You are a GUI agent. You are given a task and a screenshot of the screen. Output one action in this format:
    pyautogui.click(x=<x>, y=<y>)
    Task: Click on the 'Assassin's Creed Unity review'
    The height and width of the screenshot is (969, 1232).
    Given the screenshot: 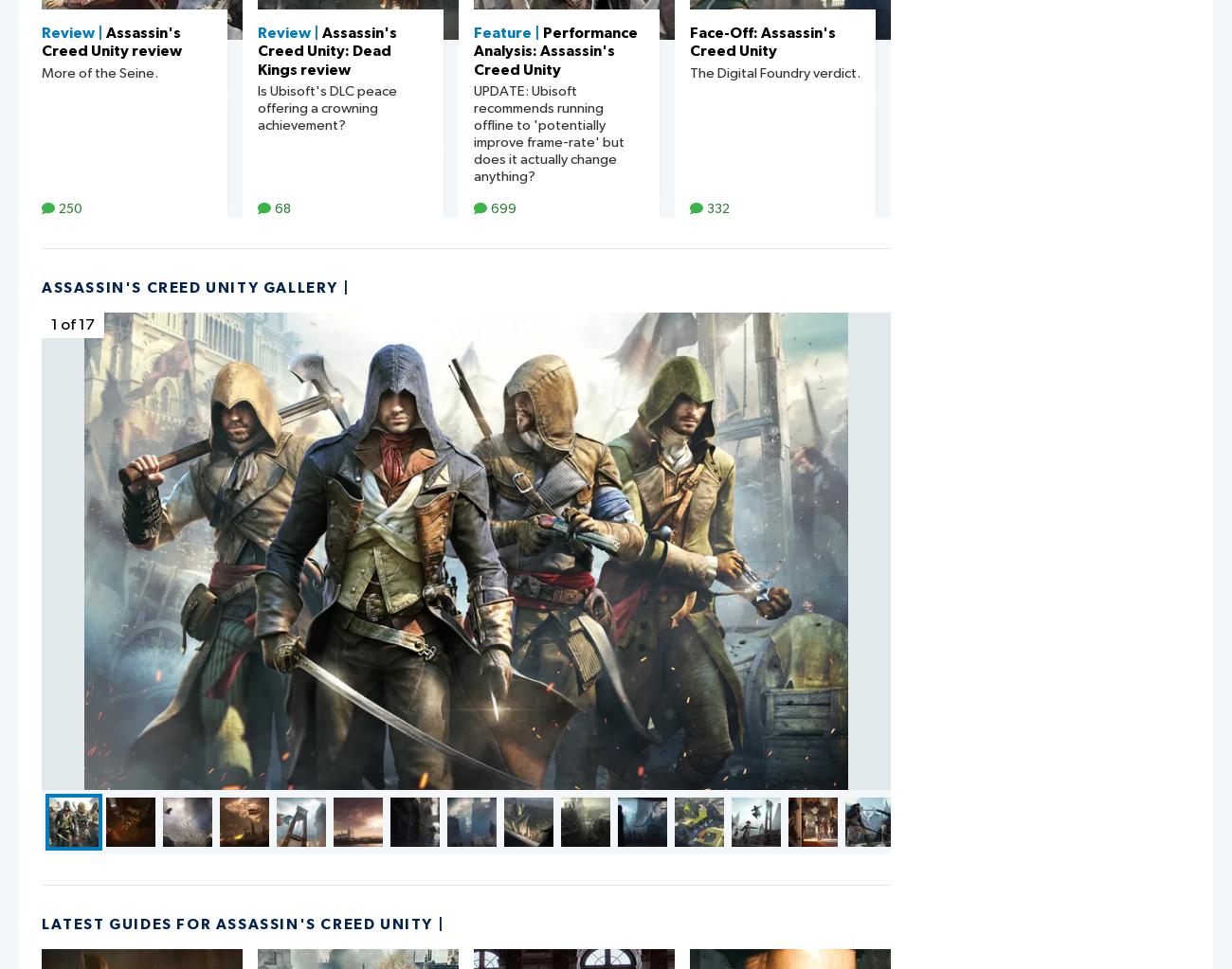 What is the action you would take?
    pyautogui.click(x=111, y=41)
    